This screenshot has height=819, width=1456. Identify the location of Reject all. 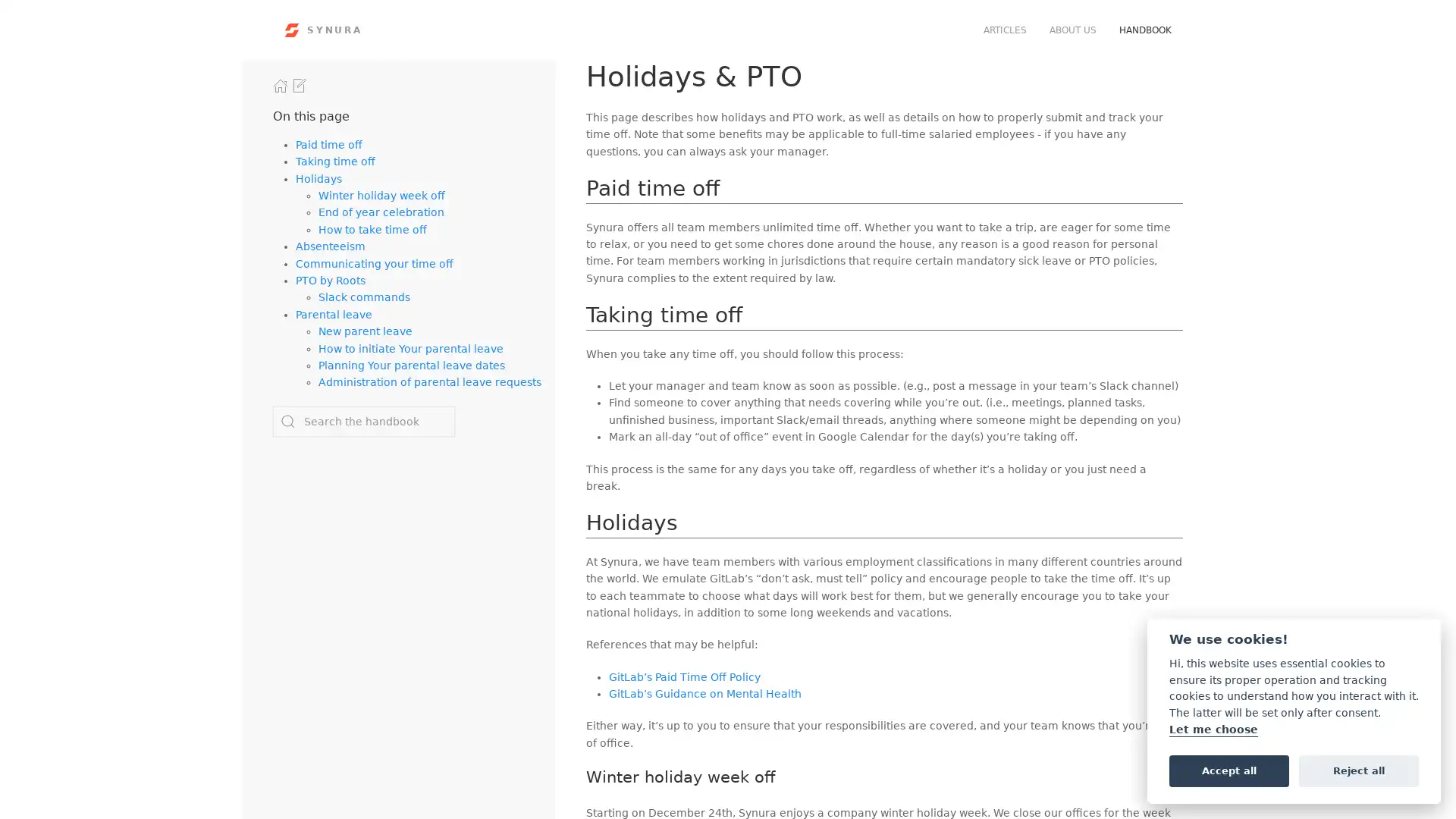
(1358, 770).